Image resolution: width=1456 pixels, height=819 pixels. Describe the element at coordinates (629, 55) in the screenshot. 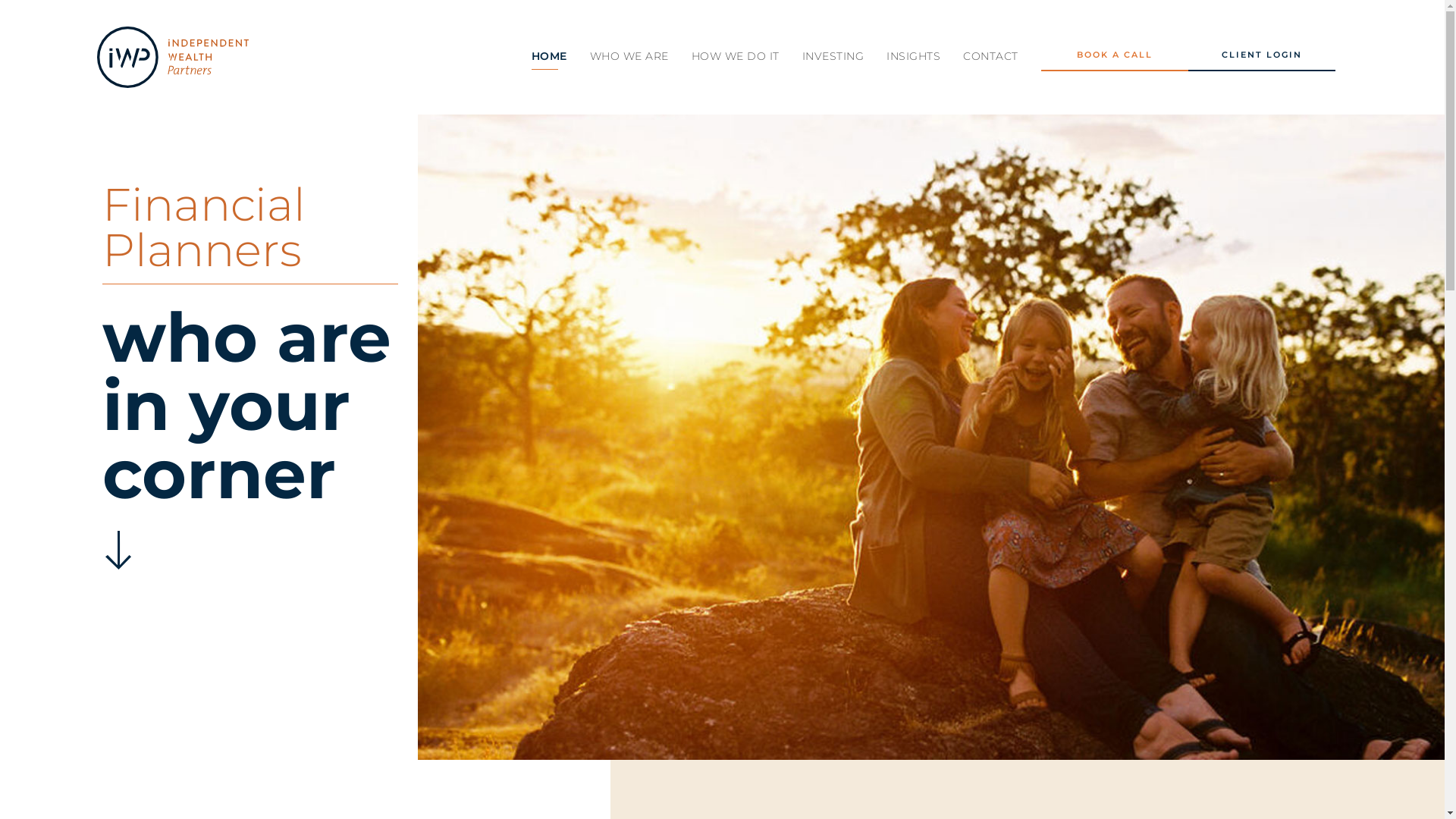

I see `'WHO WE ARE'` at that location.